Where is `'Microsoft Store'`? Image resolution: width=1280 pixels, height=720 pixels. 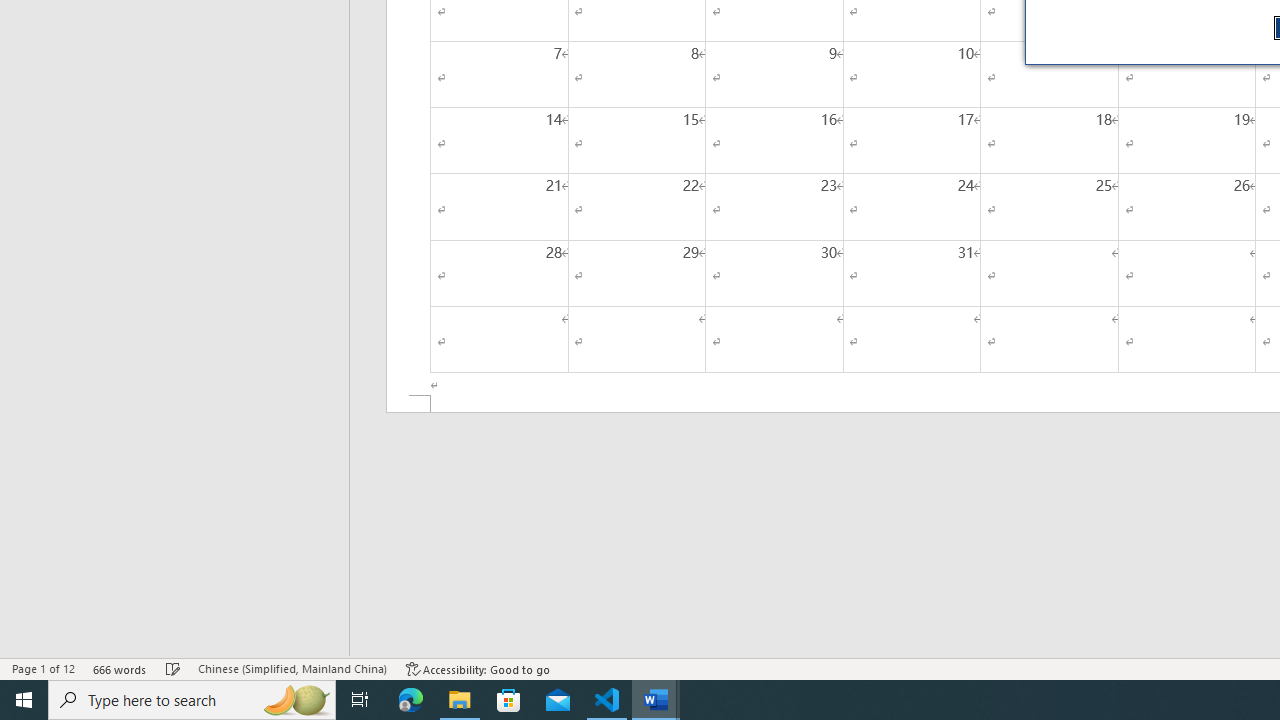 'Microsoft Store' is located at coordinates (509, 698).